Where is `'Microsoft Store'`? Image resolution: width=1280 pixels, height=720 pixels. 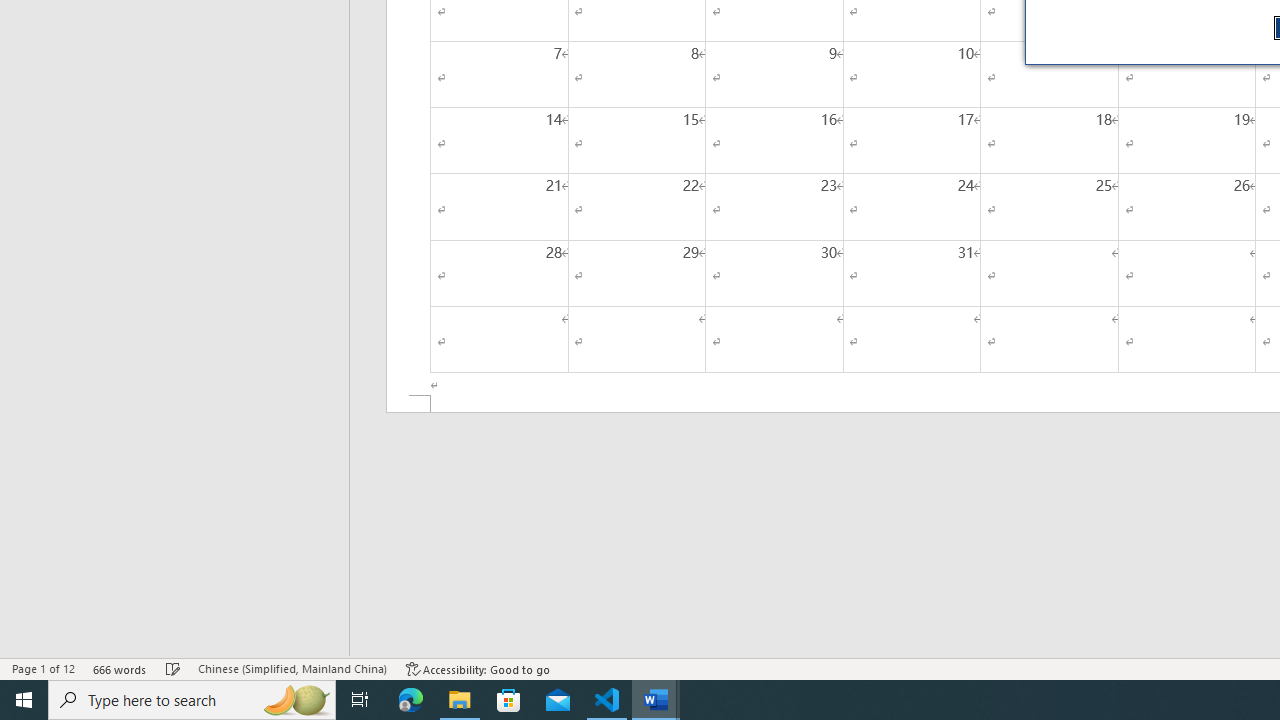 'Microsoft Store' is located at coordinates (509, 698).